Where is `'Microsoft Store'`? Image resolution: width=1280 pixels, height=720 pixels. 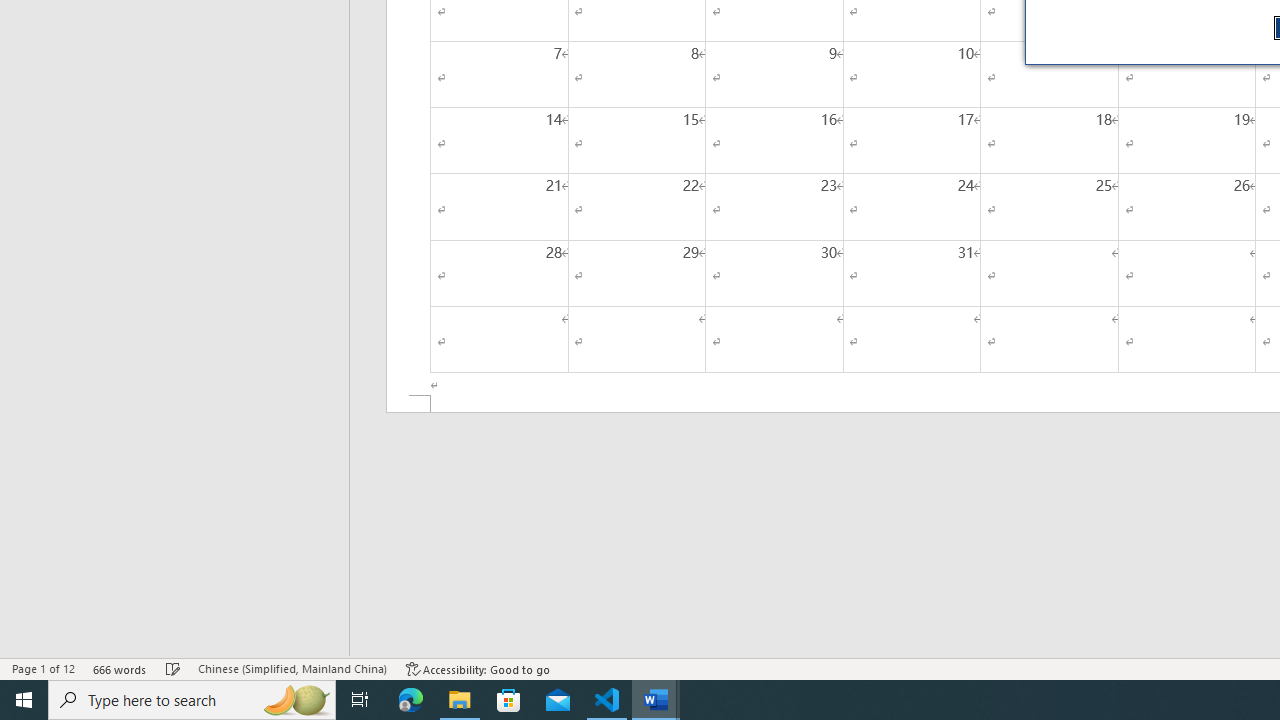 'Microsoft Store' is located at coordinates (509, 698).